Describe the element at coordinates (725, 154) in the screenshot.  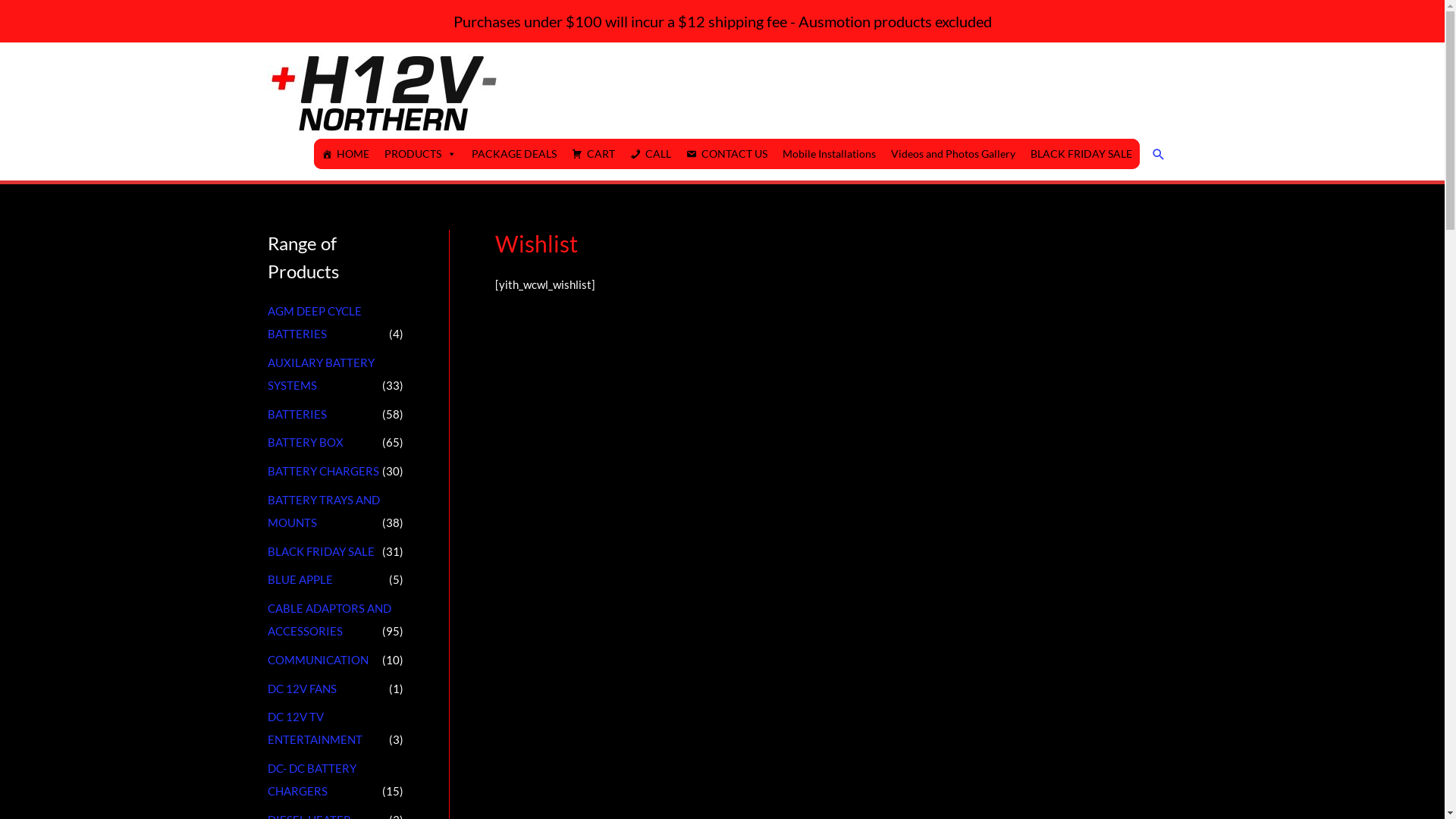
I see `'CONTACT US'` at that location.